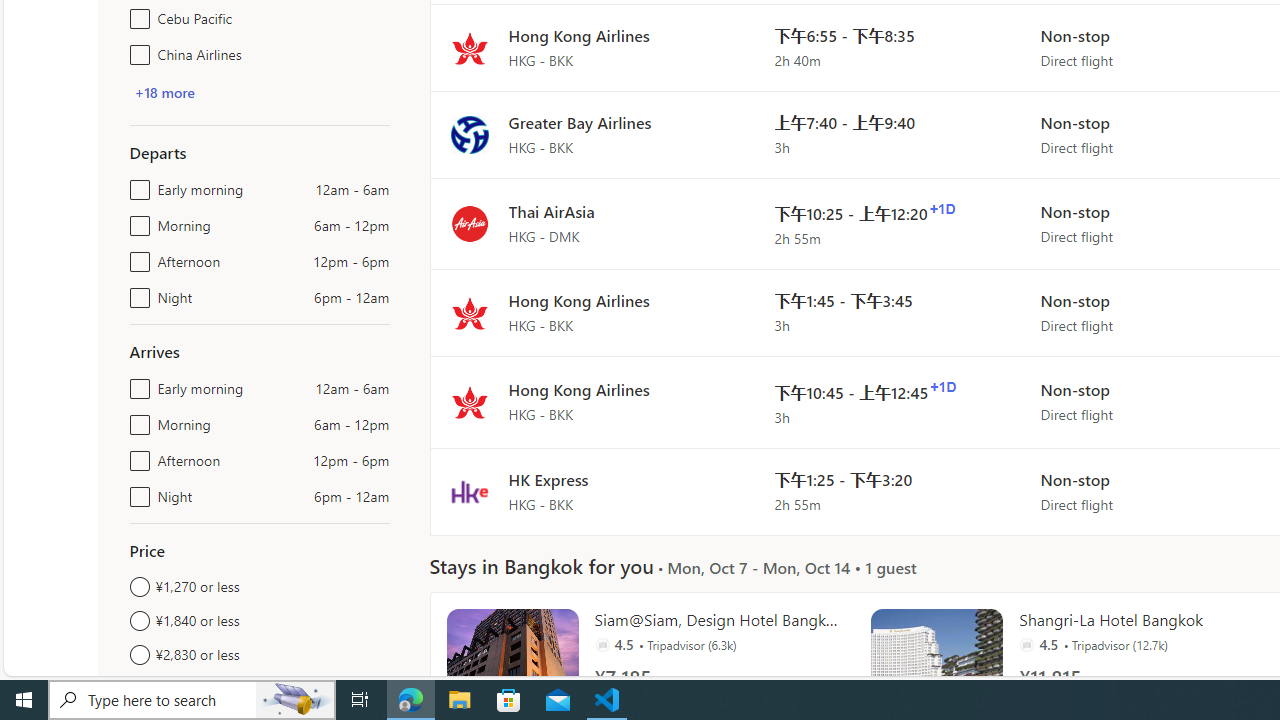  What do you see at coordinates (468, 491) in the screenshot?
I see `'Flight logo'` at bounding box center [468, 491].